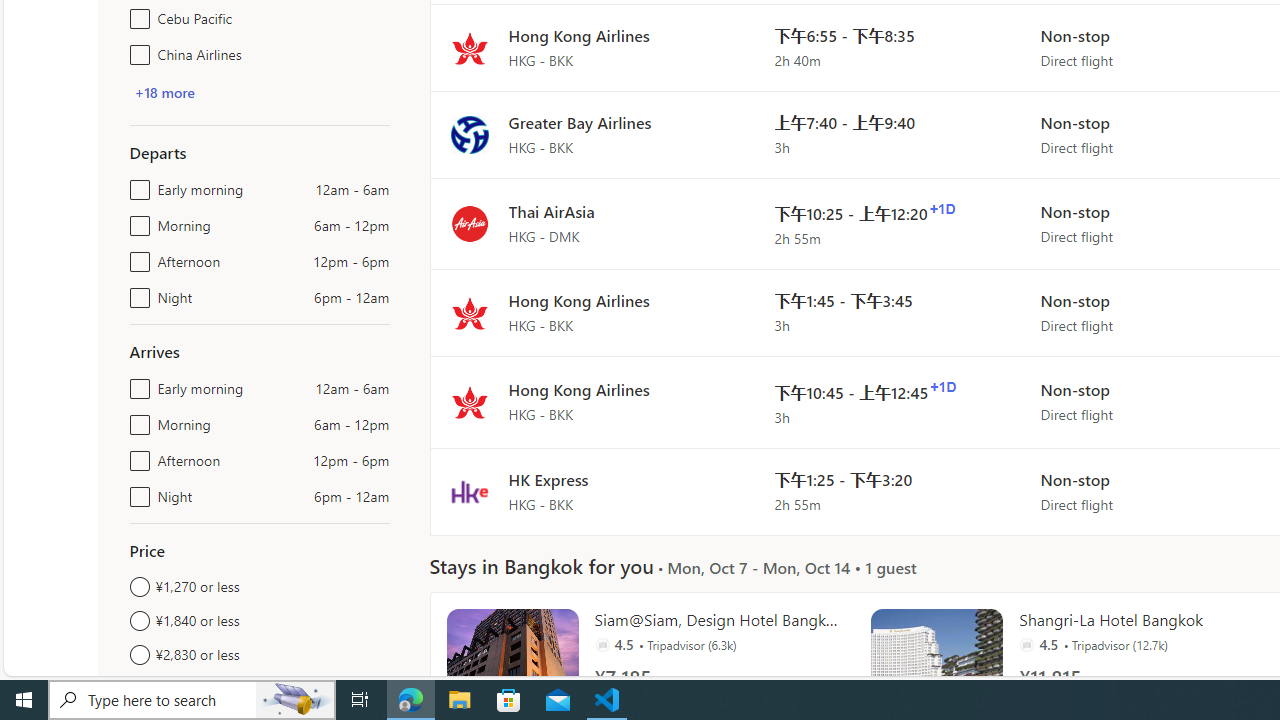  What do you see at coordinates (468, 491) in the screenshot?
I see `'Flight logo'` at bounding box center [468, 491].